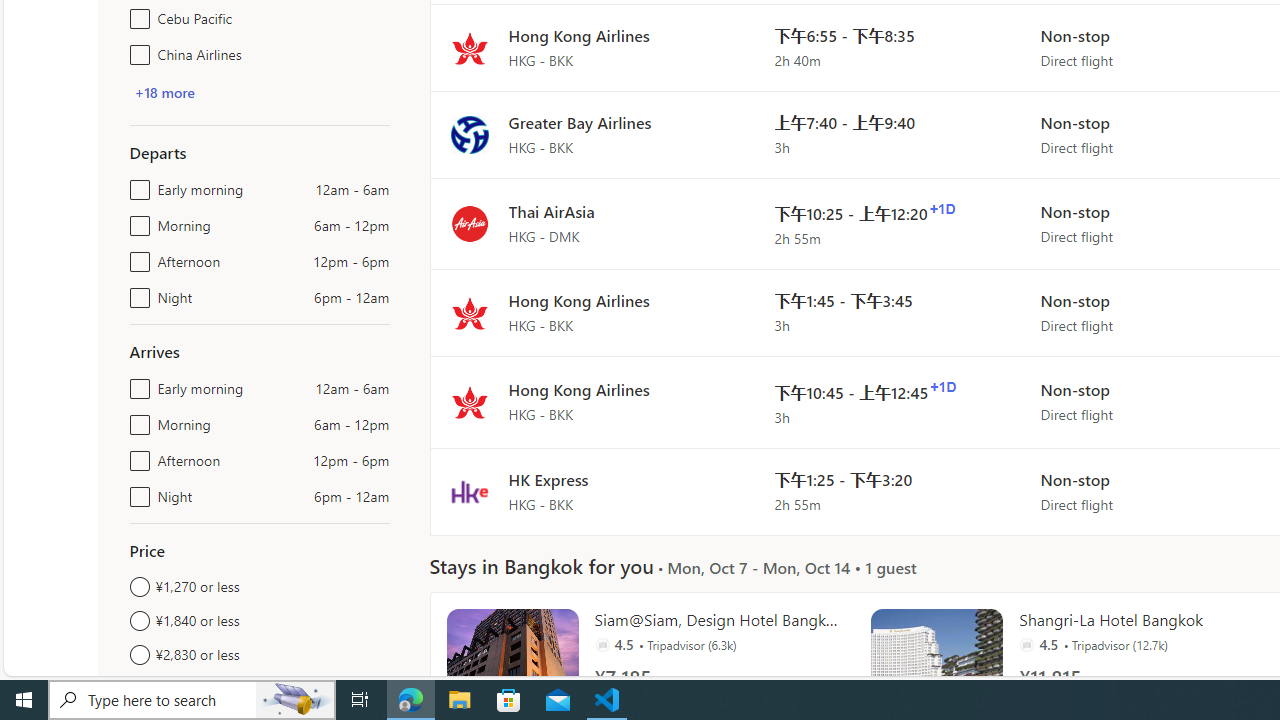  What do you see at coordinates (468, 491) in the screenshot?
I see `'Flight logo'` at bounding box center [468, 491].